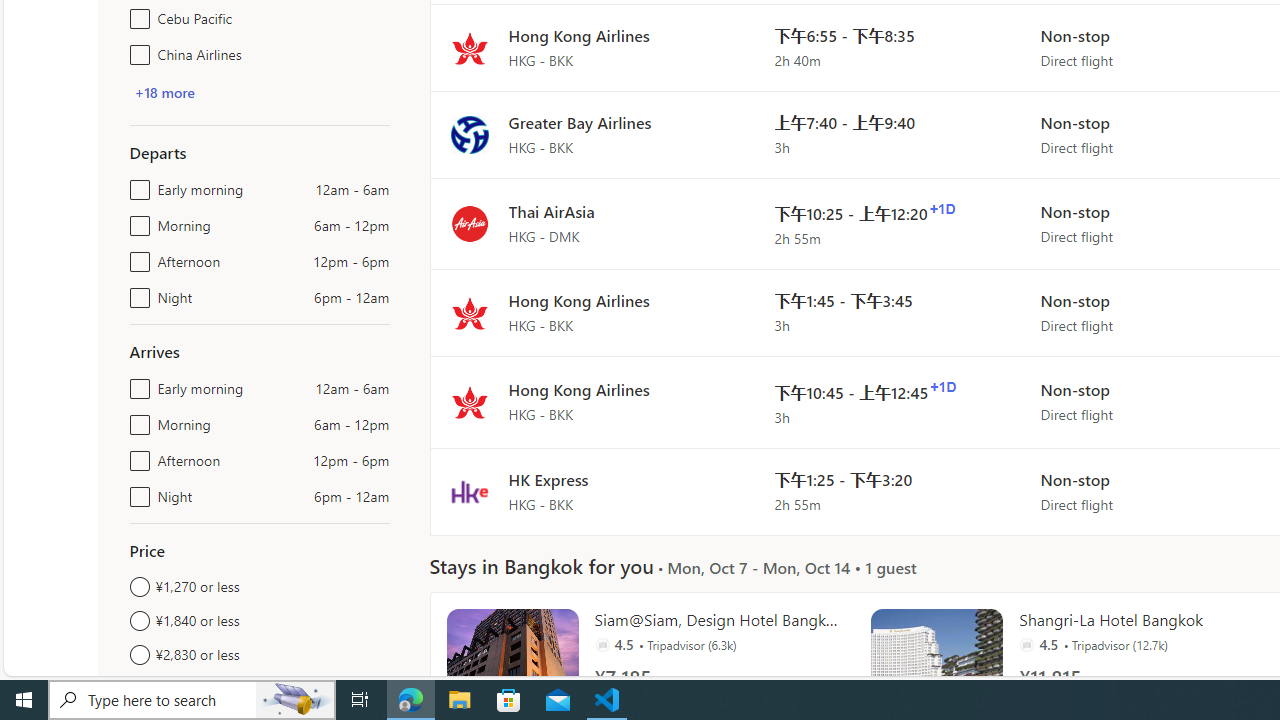  What do you see at coordinates (468, 491) in the screenshot?
I see `'Flight logo'` at bounding box center [468, 491].